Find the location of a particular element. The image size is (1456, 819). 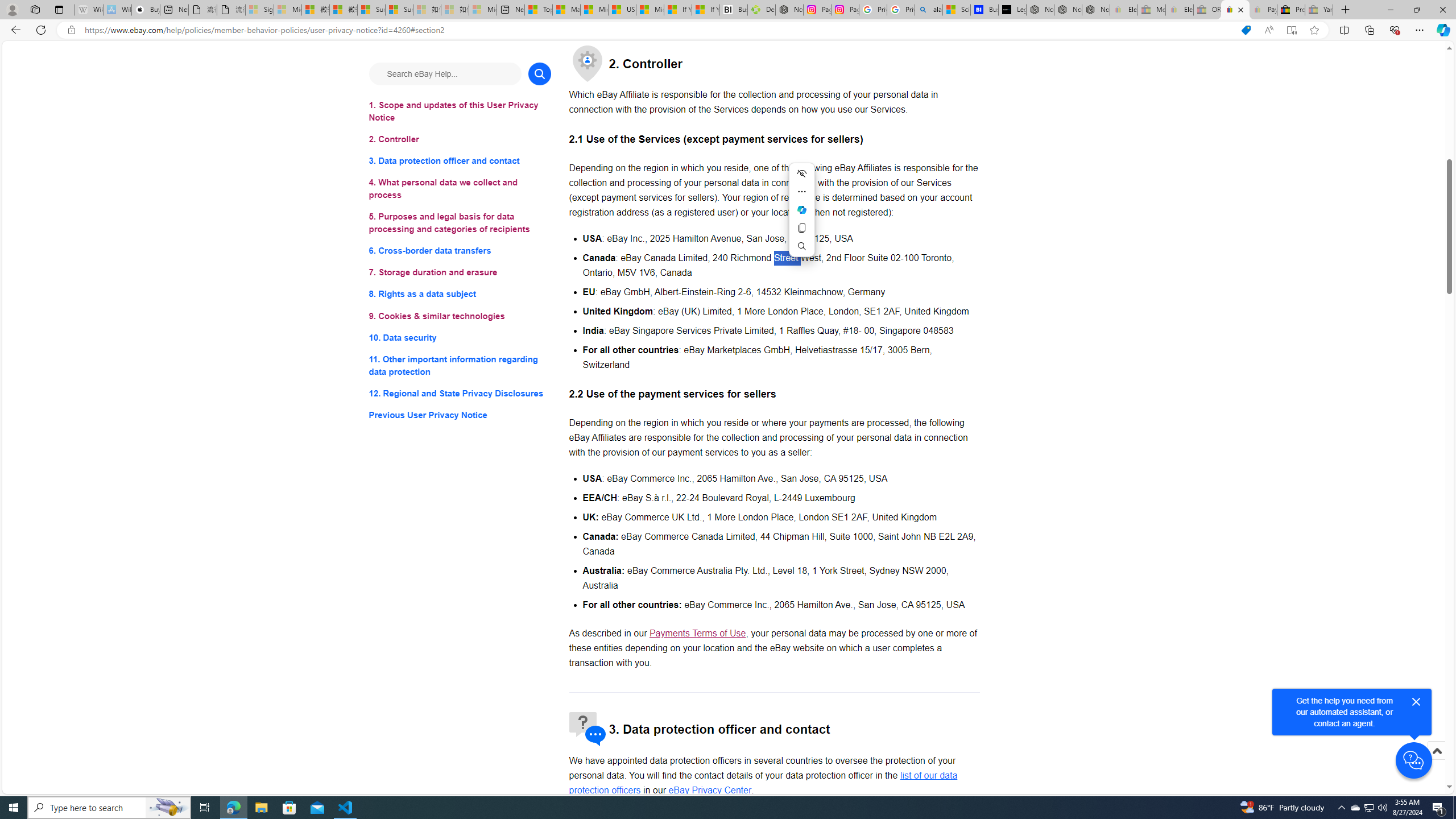

'2. Controller' is located at coordinates (459, 139).